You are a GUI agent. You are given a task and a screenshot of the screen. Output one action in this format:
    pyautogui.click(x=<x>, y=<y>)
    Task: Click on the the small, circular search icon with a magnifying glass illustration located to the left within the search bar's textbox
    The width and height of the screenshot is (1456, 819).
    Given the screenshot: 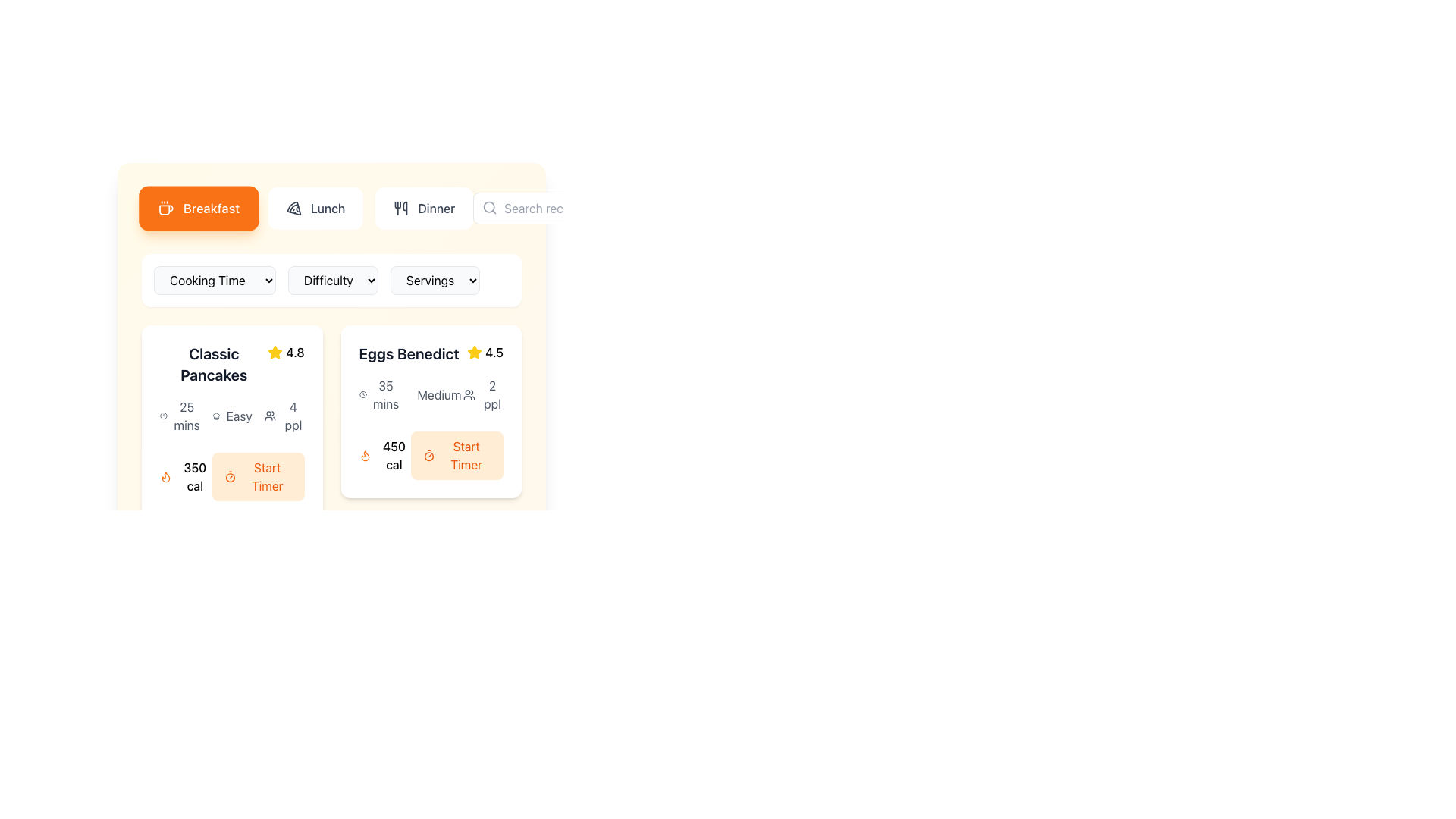 What is the action you would take?
    pyautogui.click(x=490, y=207)
    